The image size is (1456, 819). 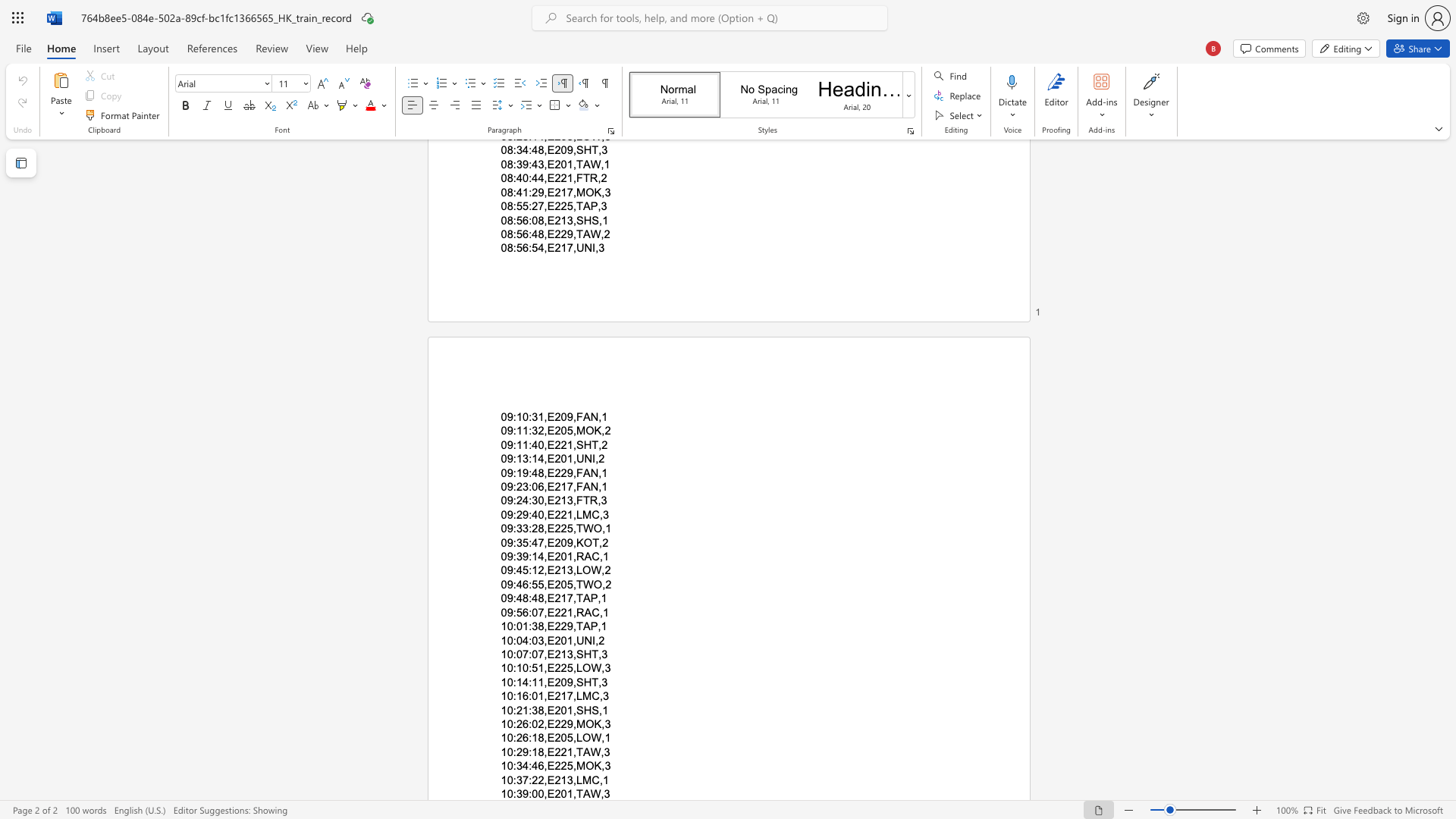 What do you see at coordinates (512, 792) in the screenshot?
I see `the space between the continuous character "0" and ":" in the text` at bounding box center [512, 792].